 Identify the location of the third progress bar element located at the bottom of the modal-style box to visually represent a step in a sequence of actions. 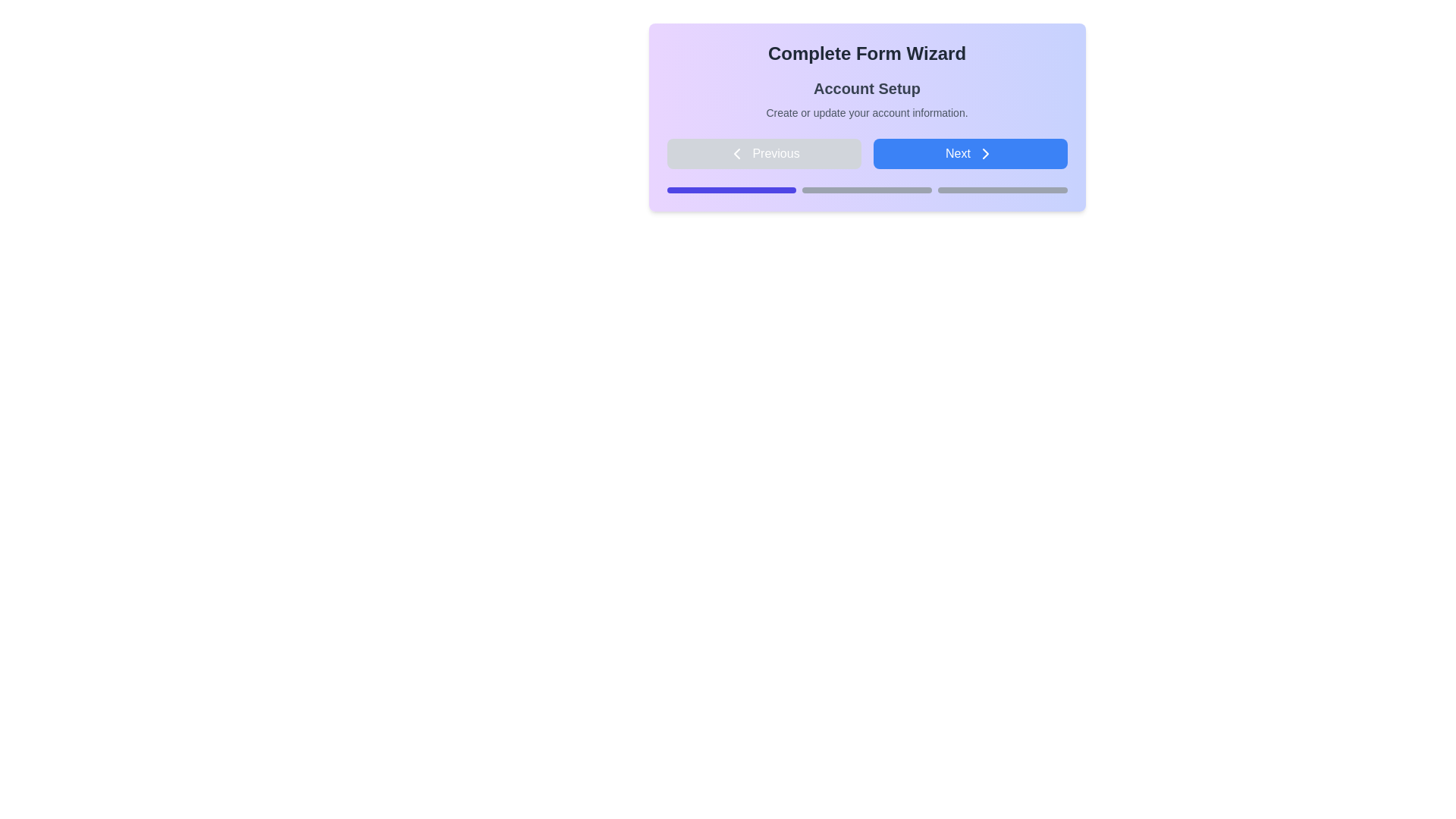
(1003, 189).